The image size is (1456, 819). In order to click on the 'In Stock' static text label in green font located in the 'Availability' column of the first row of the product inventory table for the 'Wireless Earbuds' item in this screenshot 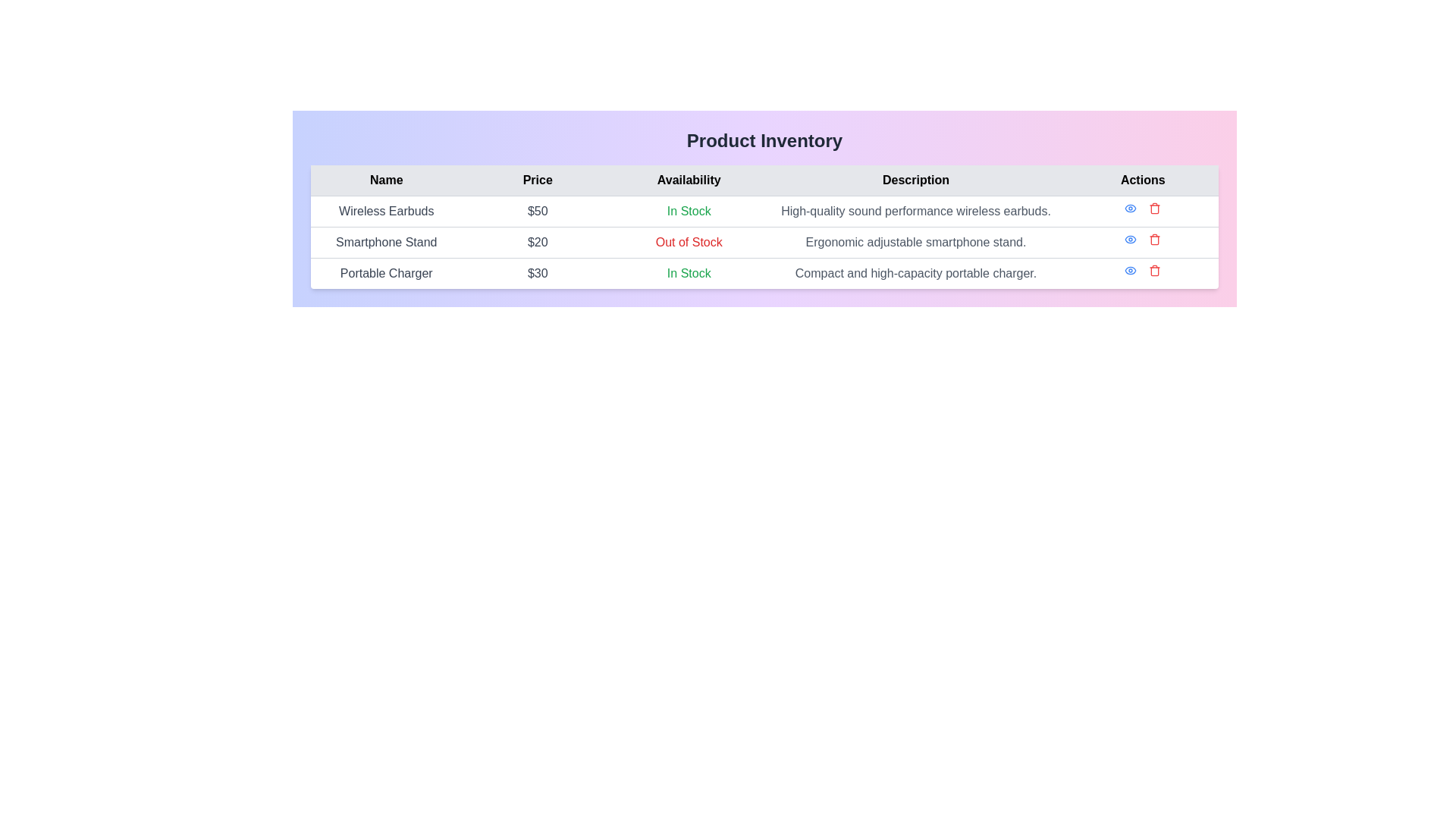, I will do `click(688, 211)`.